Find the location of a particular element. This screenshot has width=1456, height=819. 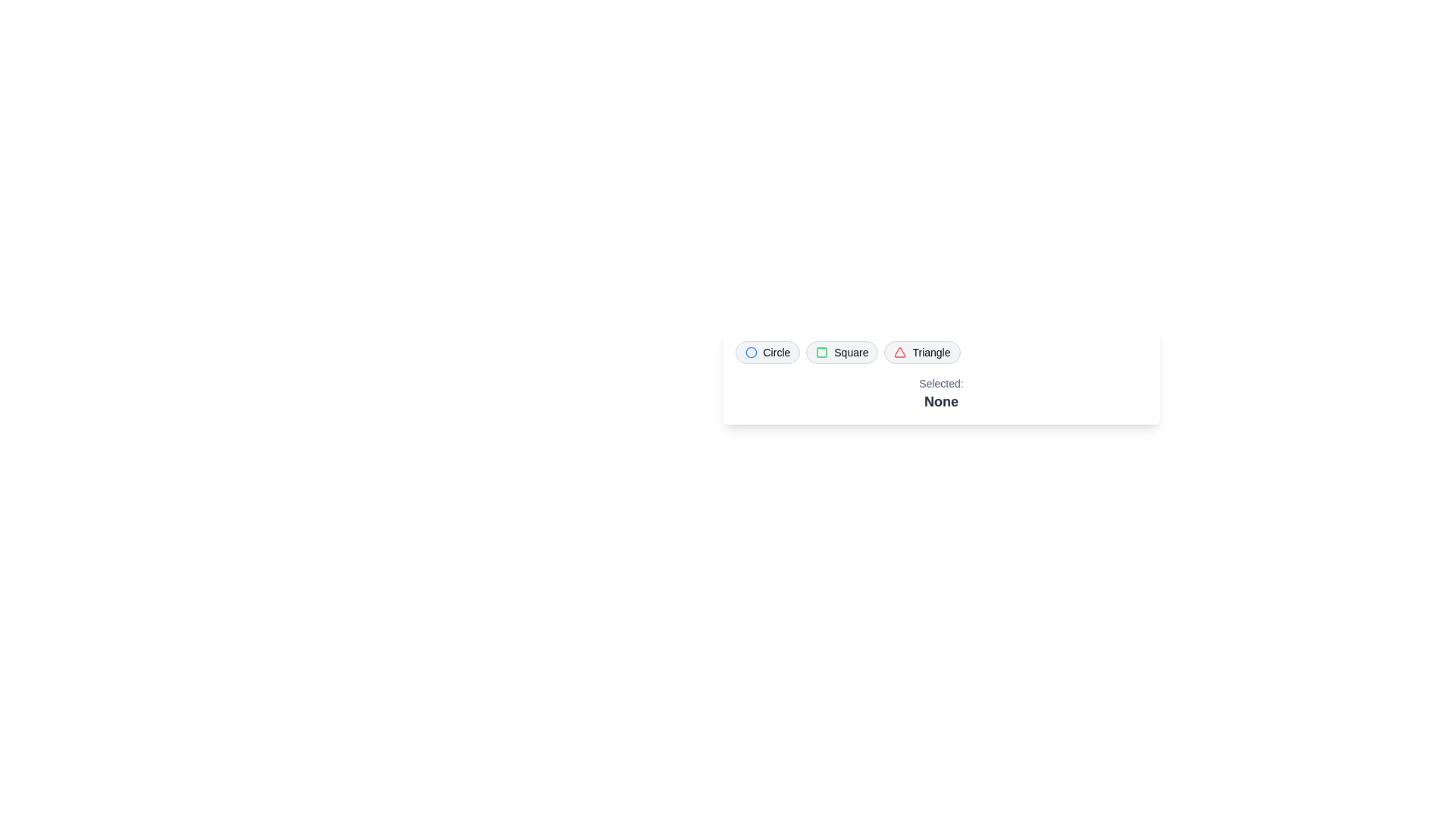

the chip labeled Square is located at coordinates (841, 353).